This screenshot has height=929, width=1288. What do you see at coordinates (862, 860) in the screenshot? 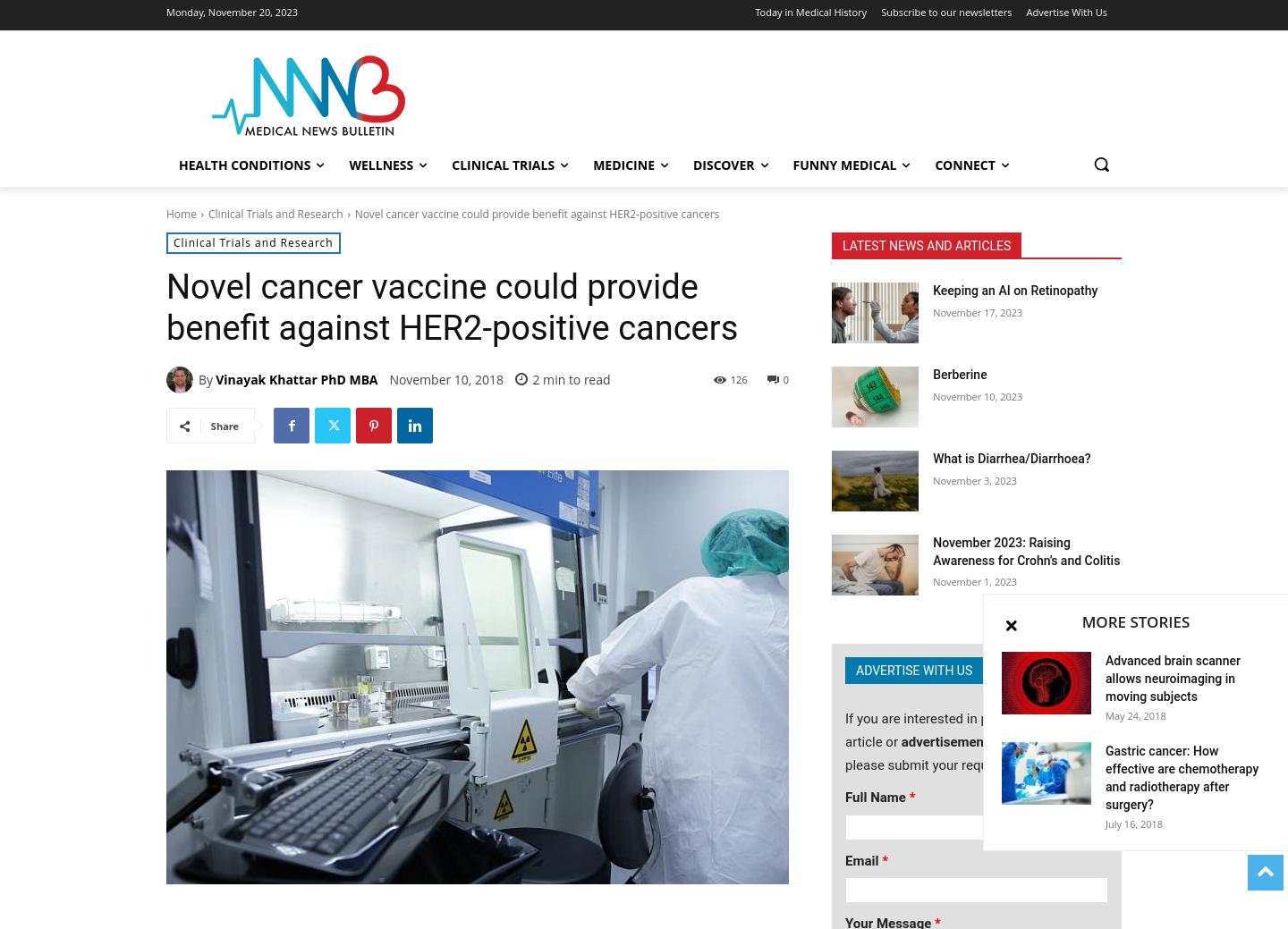
I see `'Email'` at bounding box center [862, 860].